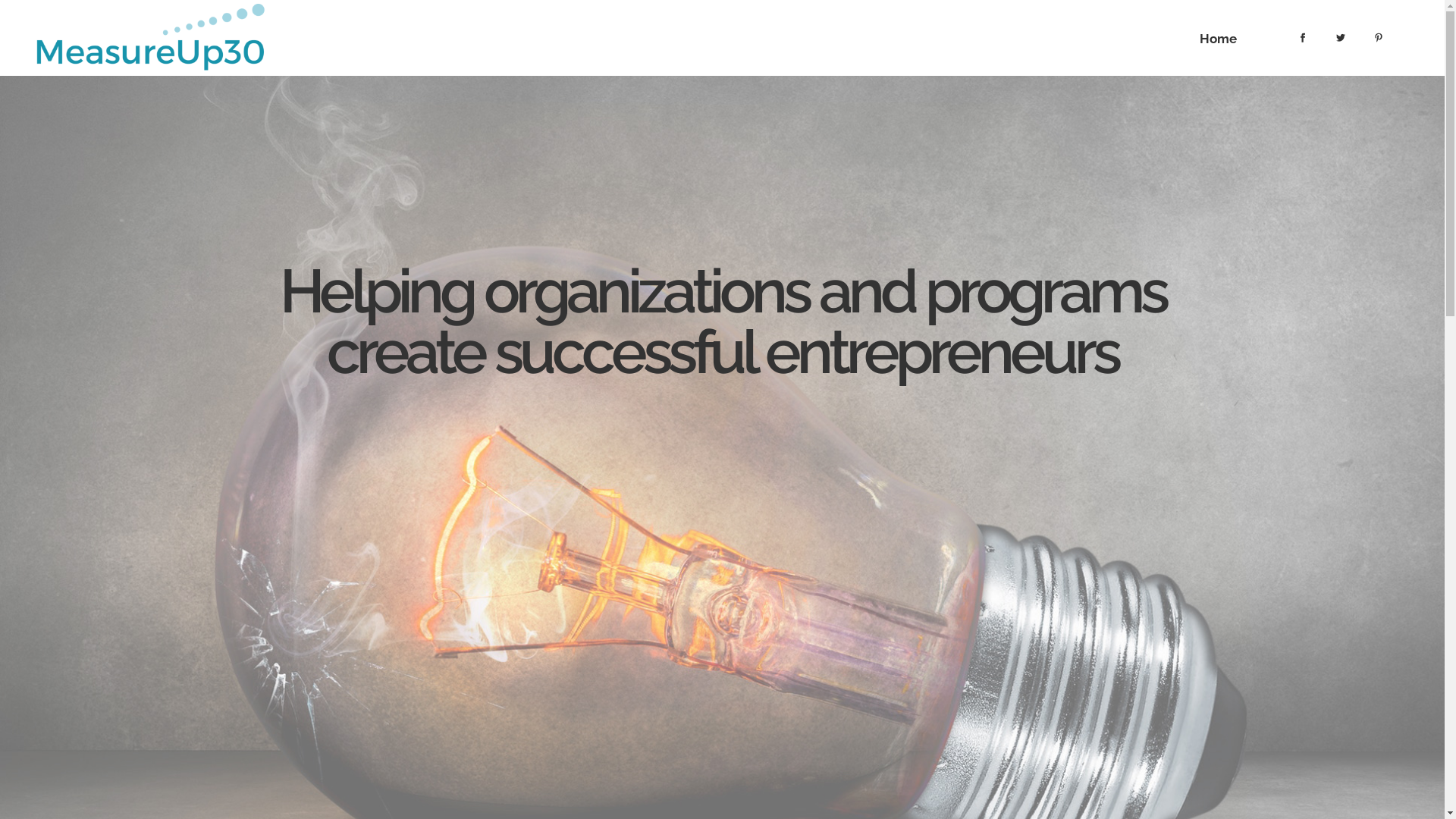  What do you see at coordinates (1218, 37) in the screenshot?
I see `'Home'` at bounding box center [1218, 37].